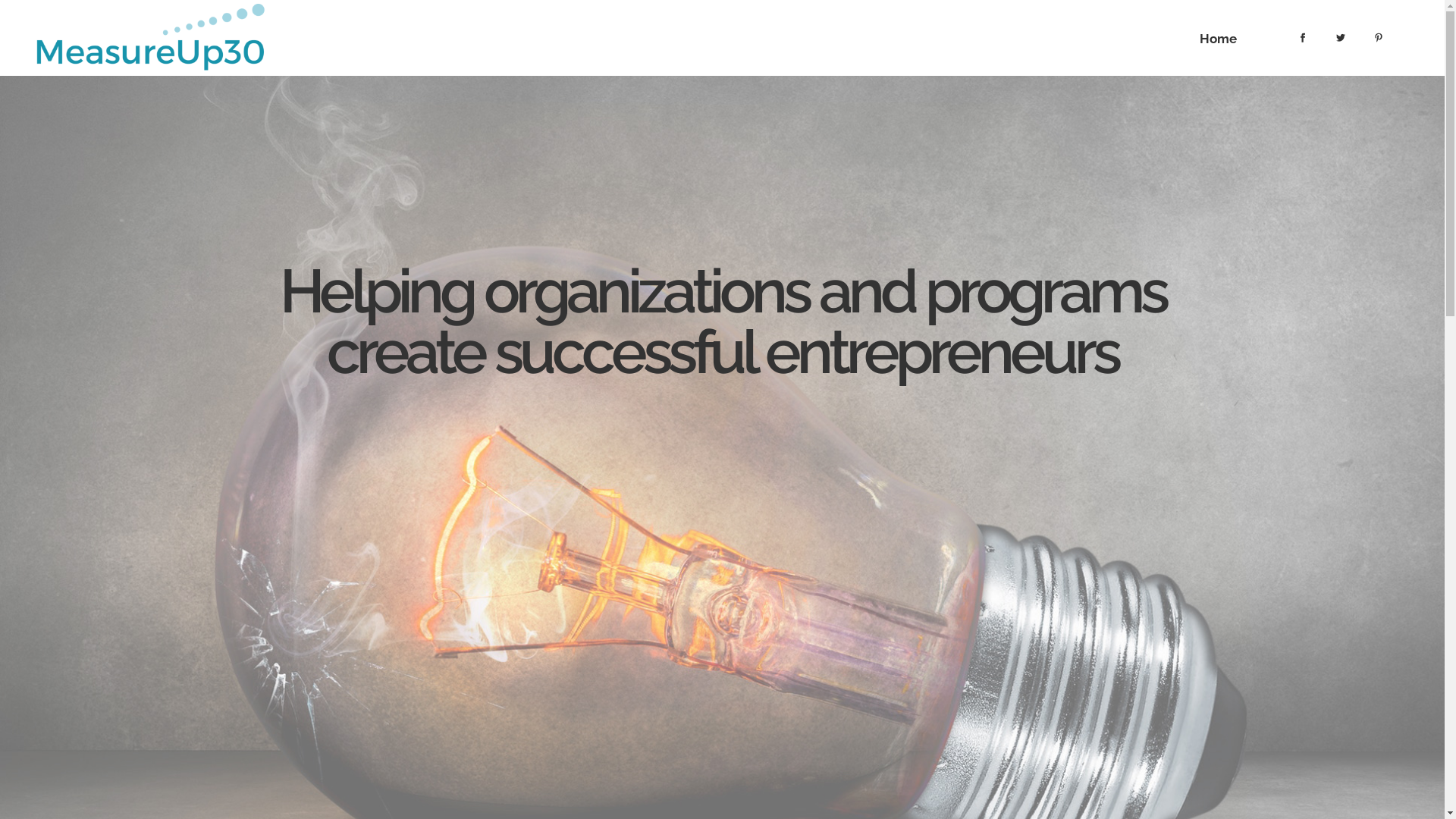  What do you see at coordinates (1218, 37) in the screenshot?
I see `'Home'` at bounding box center [1218, 37].